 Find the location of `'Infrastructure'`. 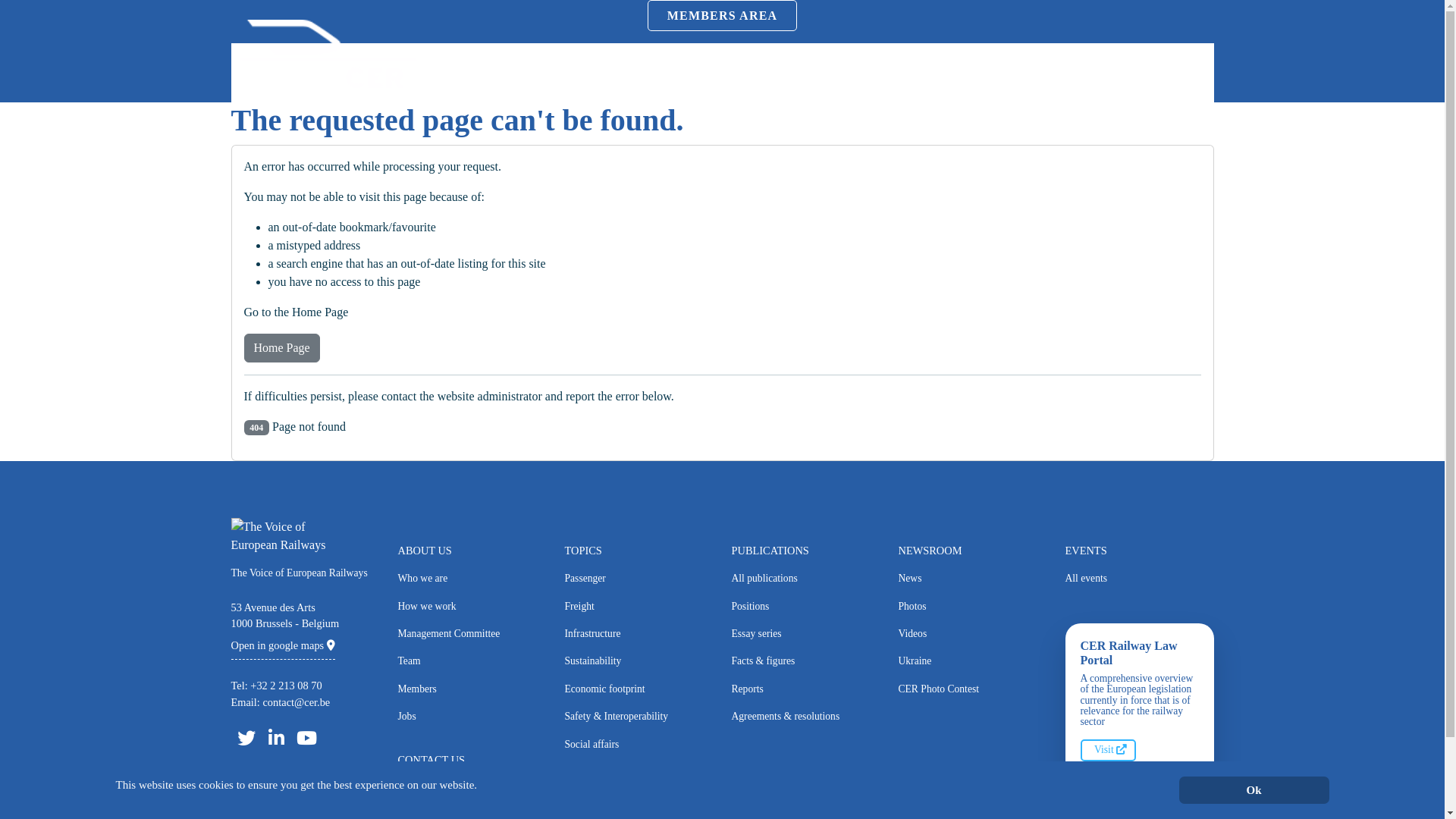

'Infrastructure' is located at coordinates (638, 634).